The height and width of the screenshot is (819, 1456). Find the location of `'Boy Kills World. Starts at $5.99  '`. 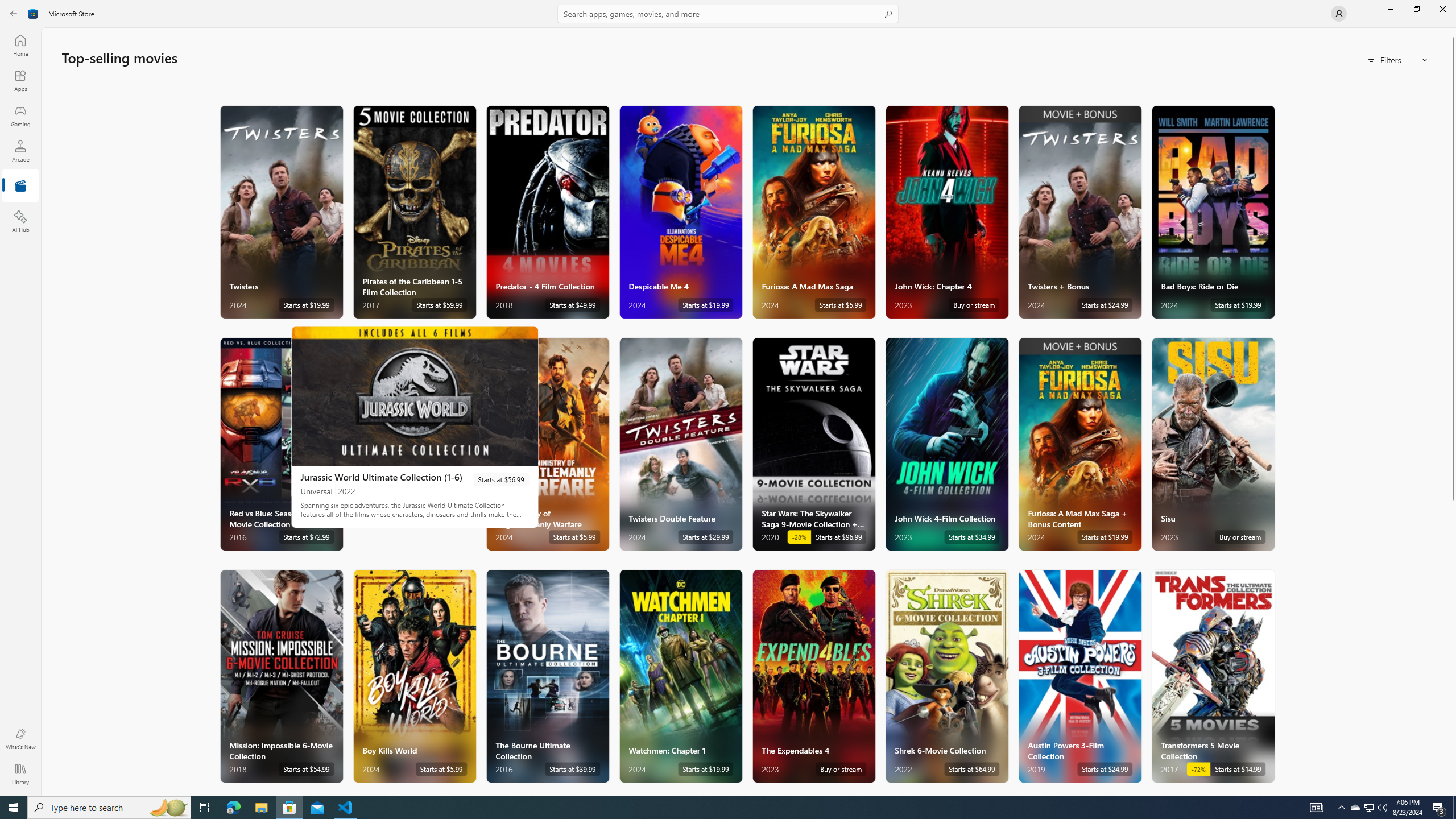

'Boy Kills World. Starts at $5.99  ' is located at coordinates (413, 675).